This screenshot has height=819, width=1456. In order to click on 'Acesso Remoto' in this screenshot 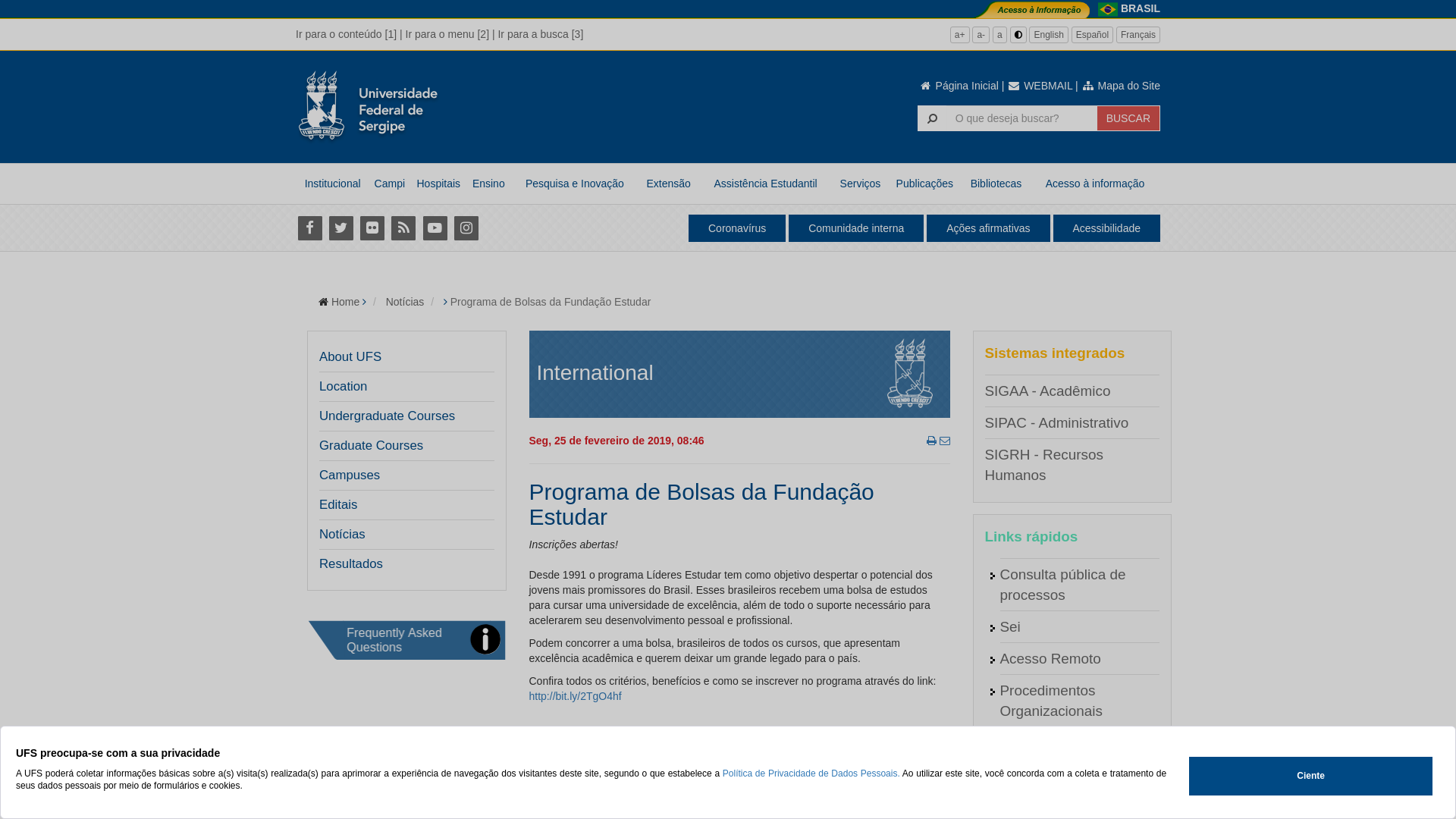, I will do `click(1049, 657)`.